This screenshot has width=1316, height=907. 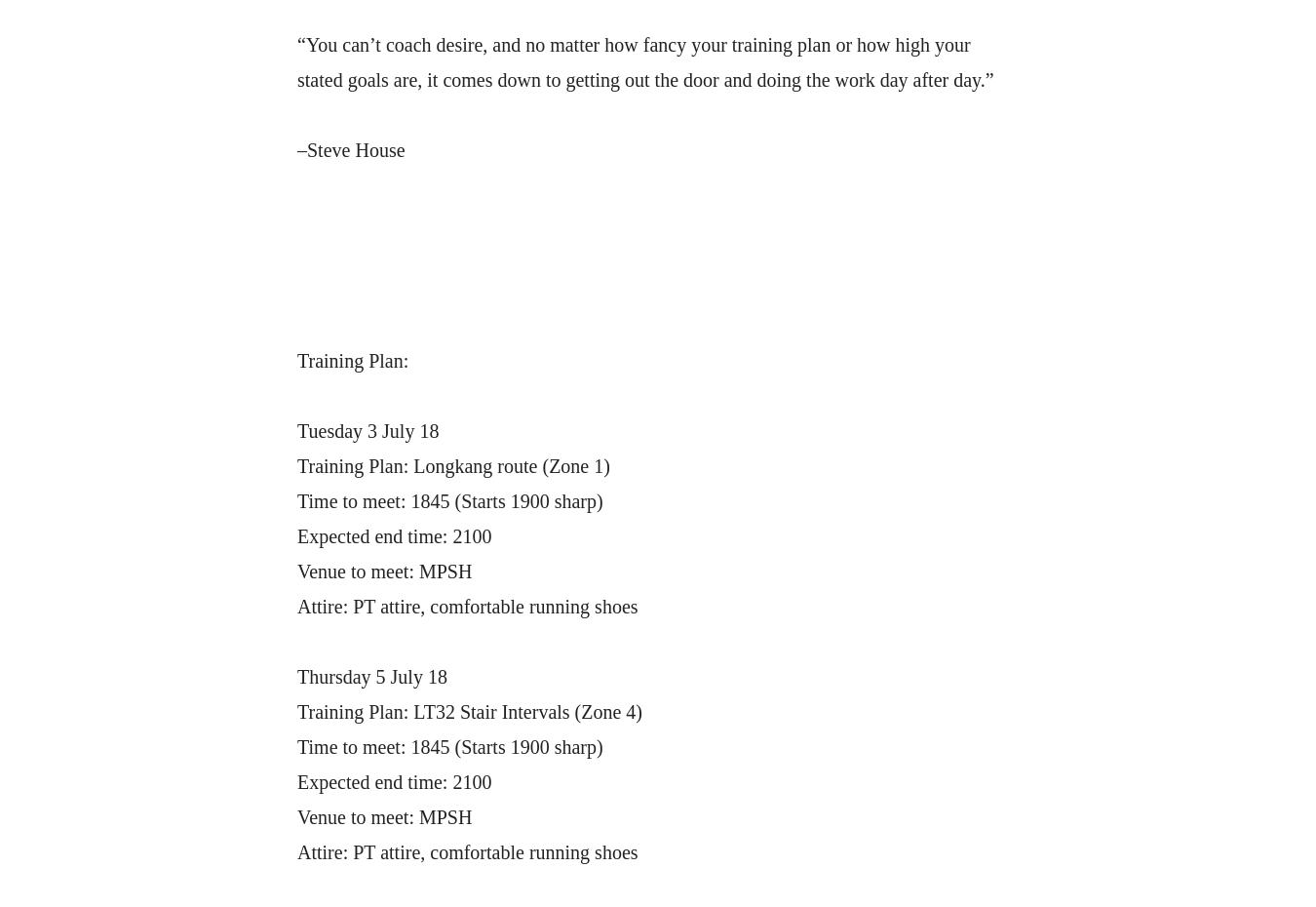 I want to click on '“You can’t coach desire, and no matter how fancy your training plan or how high your stated goals are, it comes down to getting out the door and doing the work day after day.”', so click(x=645, y=60).